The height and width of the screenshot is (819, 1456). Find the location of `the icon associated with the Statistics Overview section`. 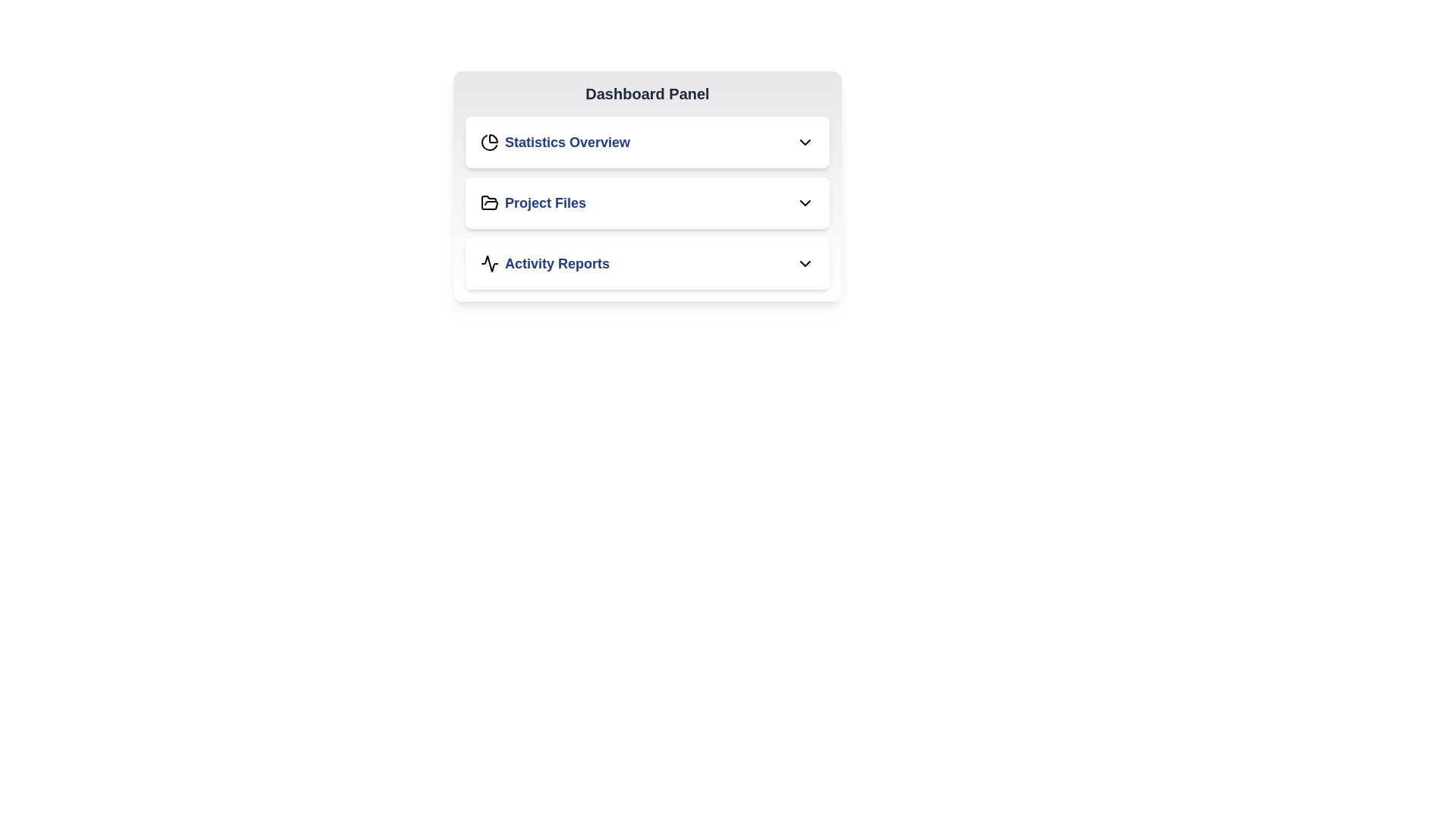

the icon associated with the Statistics Overview section is located at coordinates (490, 143).